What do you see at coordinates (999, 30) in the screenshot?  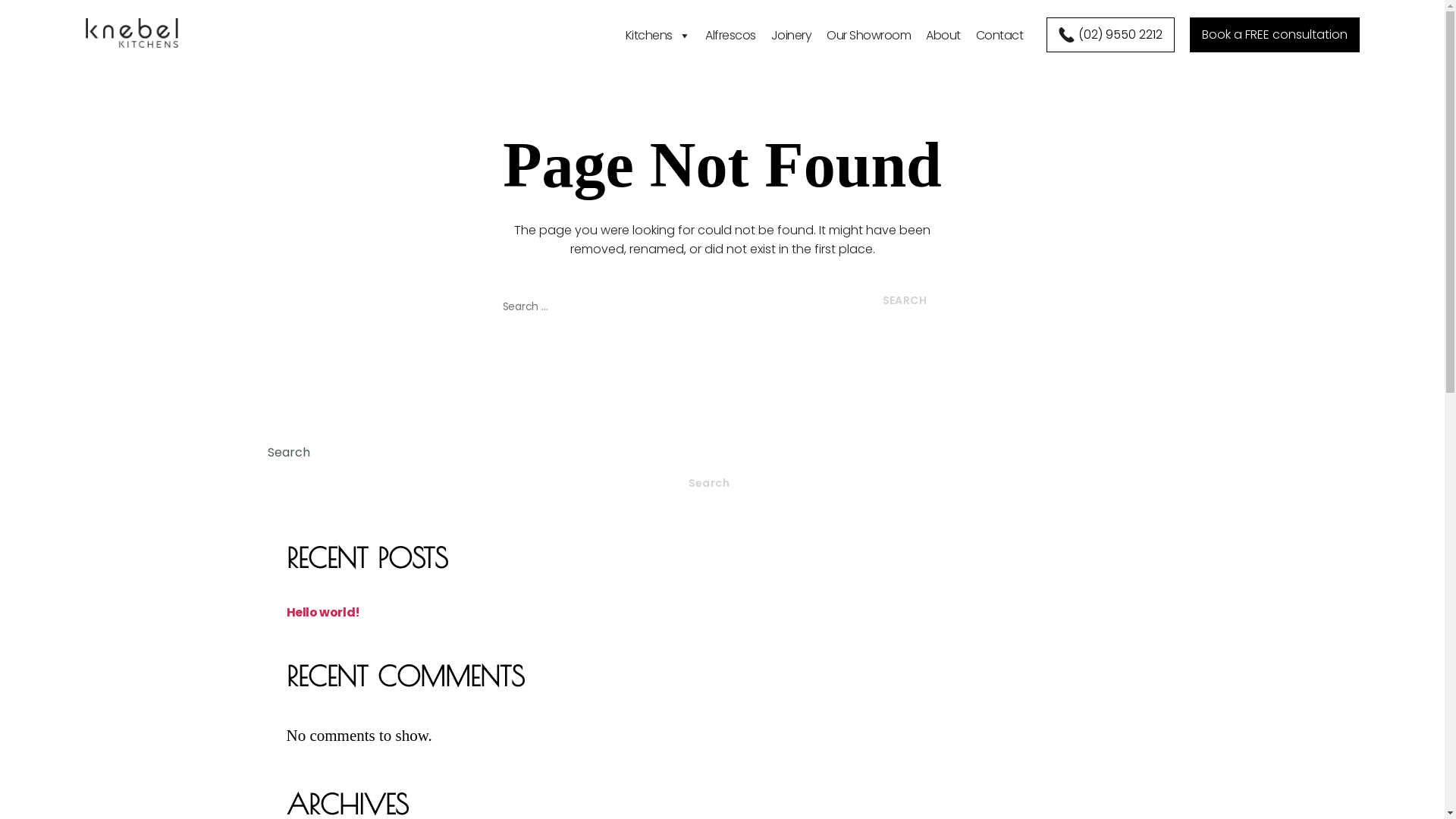 I see `'Contact'` at bounding box center [999, 30].